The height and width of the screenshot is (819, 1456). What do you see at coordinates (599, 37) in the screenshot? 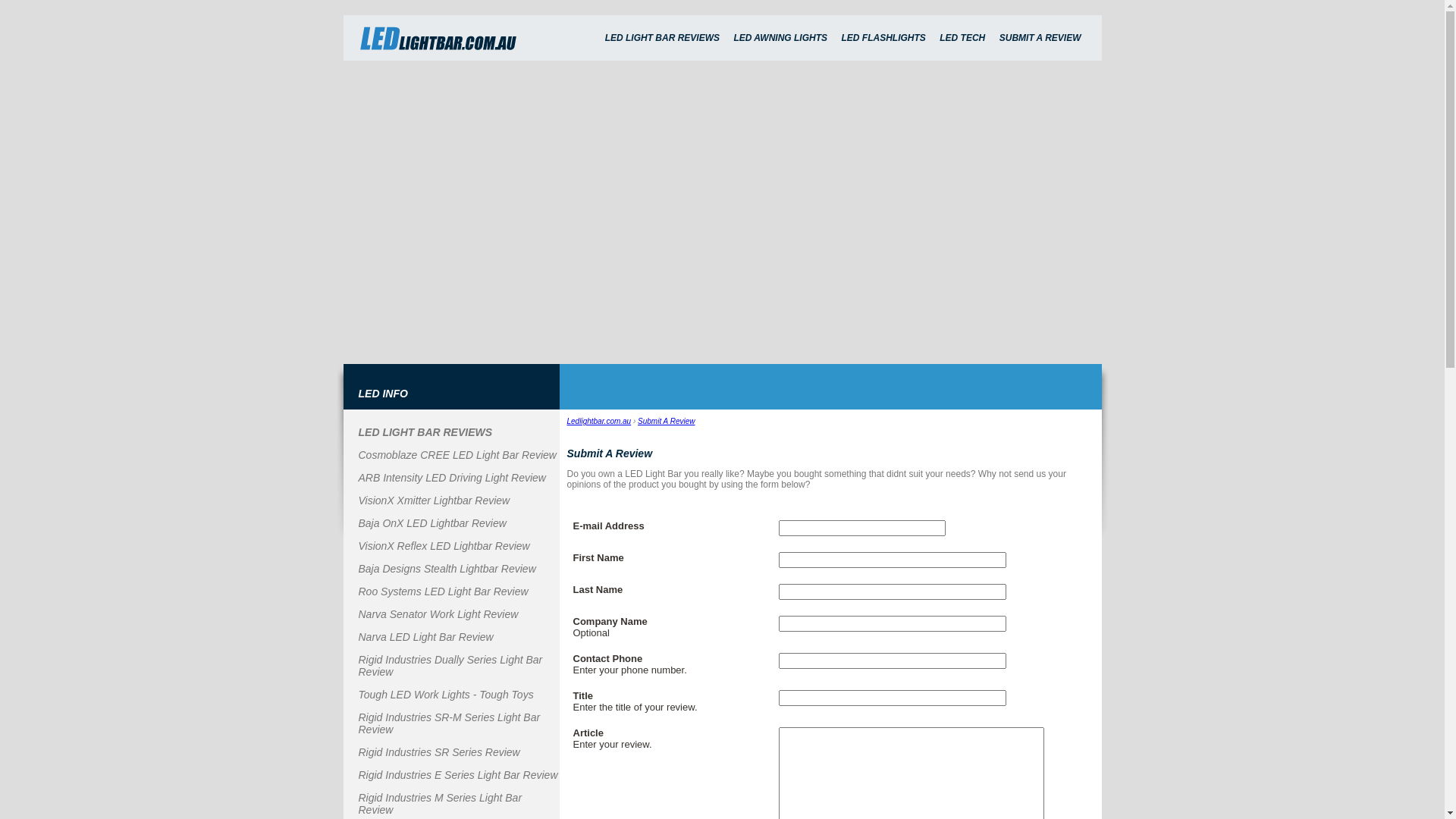
I see `'LED LIGHT BAR REVIEWS'` at bounding box center [599, 37].